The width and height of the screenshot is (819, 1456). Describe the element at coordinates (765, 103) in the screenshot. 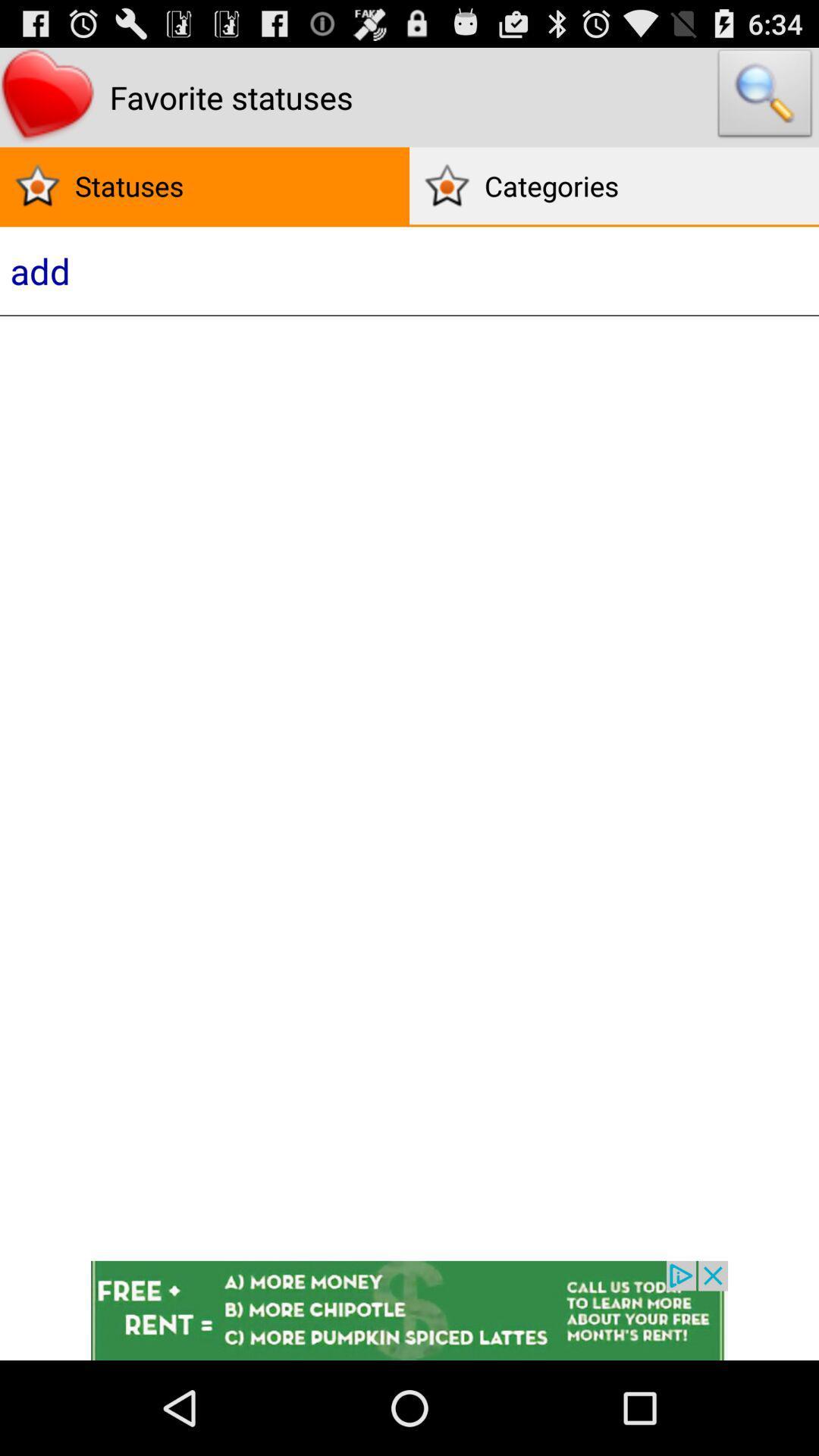

I see `the search icon` at that location.